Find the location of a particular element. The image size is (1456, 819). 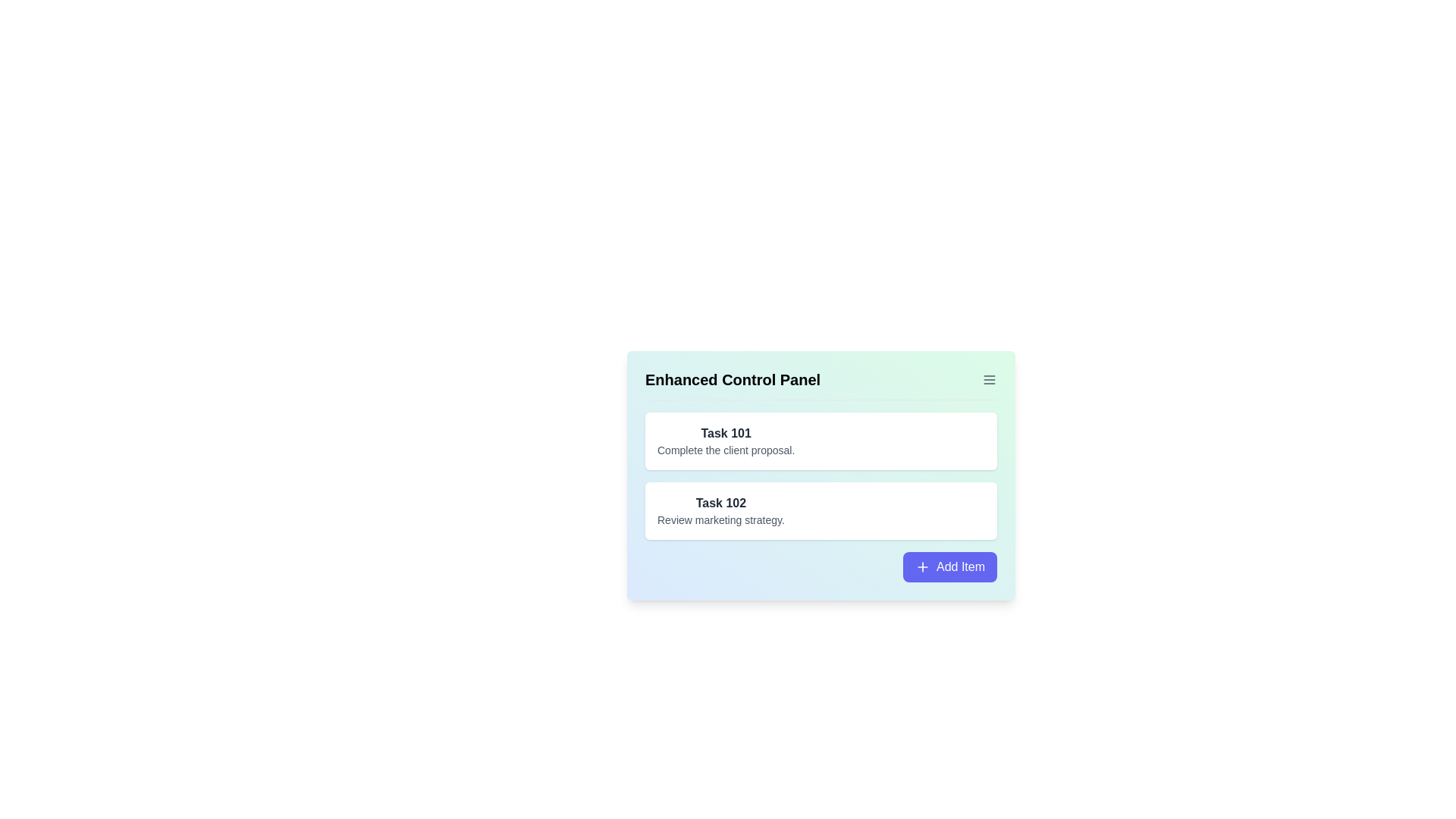

text of the actionable button located at the bottom-right corner of the task management panel, which signifies the addition of a new item or task is located at coordinates (960, 567).